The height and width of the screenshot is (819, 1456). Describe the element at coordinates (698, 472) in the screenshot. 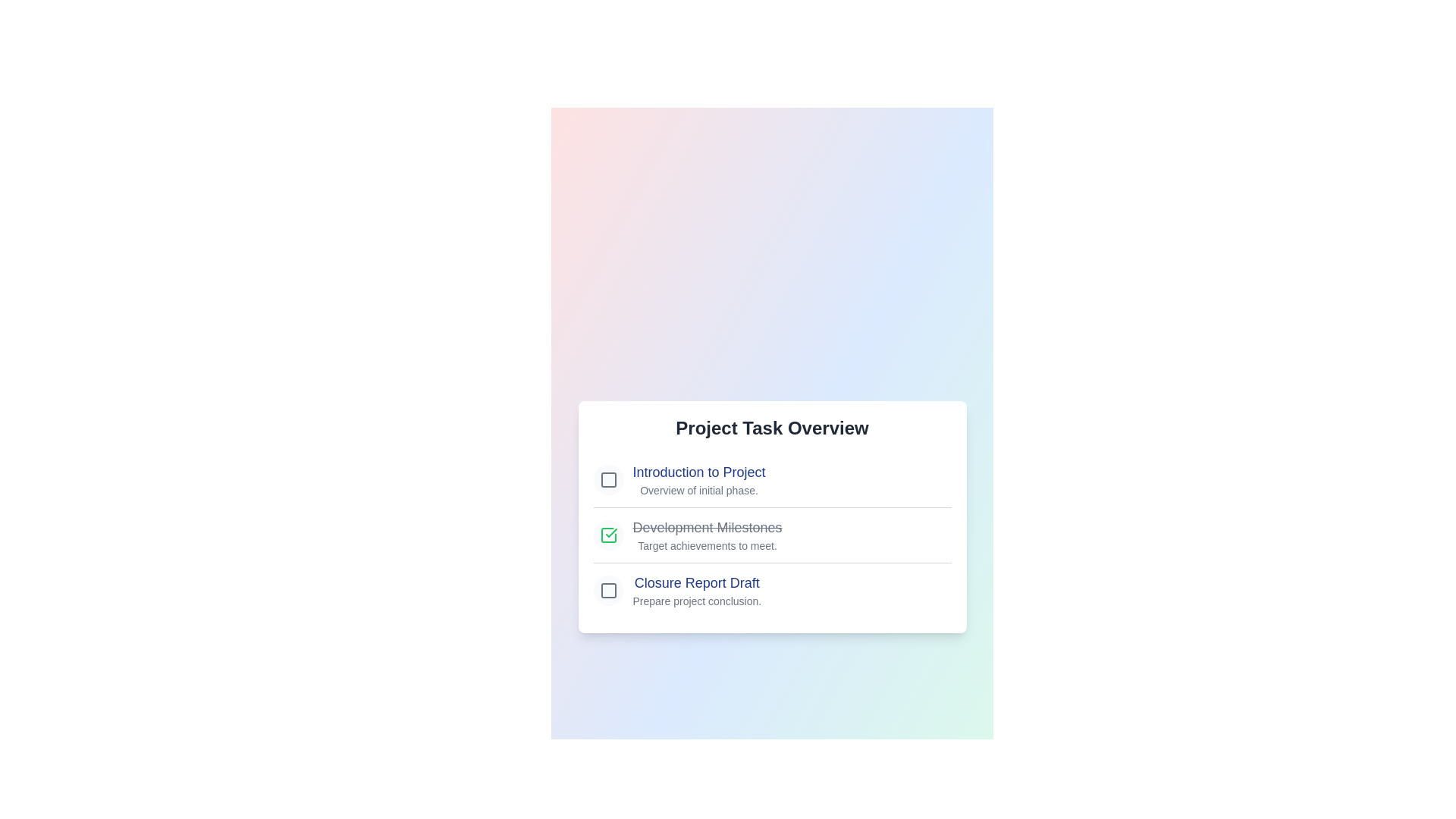

I see `the checklist item labeled 'Introduction to Project' to highlight it` at that location.